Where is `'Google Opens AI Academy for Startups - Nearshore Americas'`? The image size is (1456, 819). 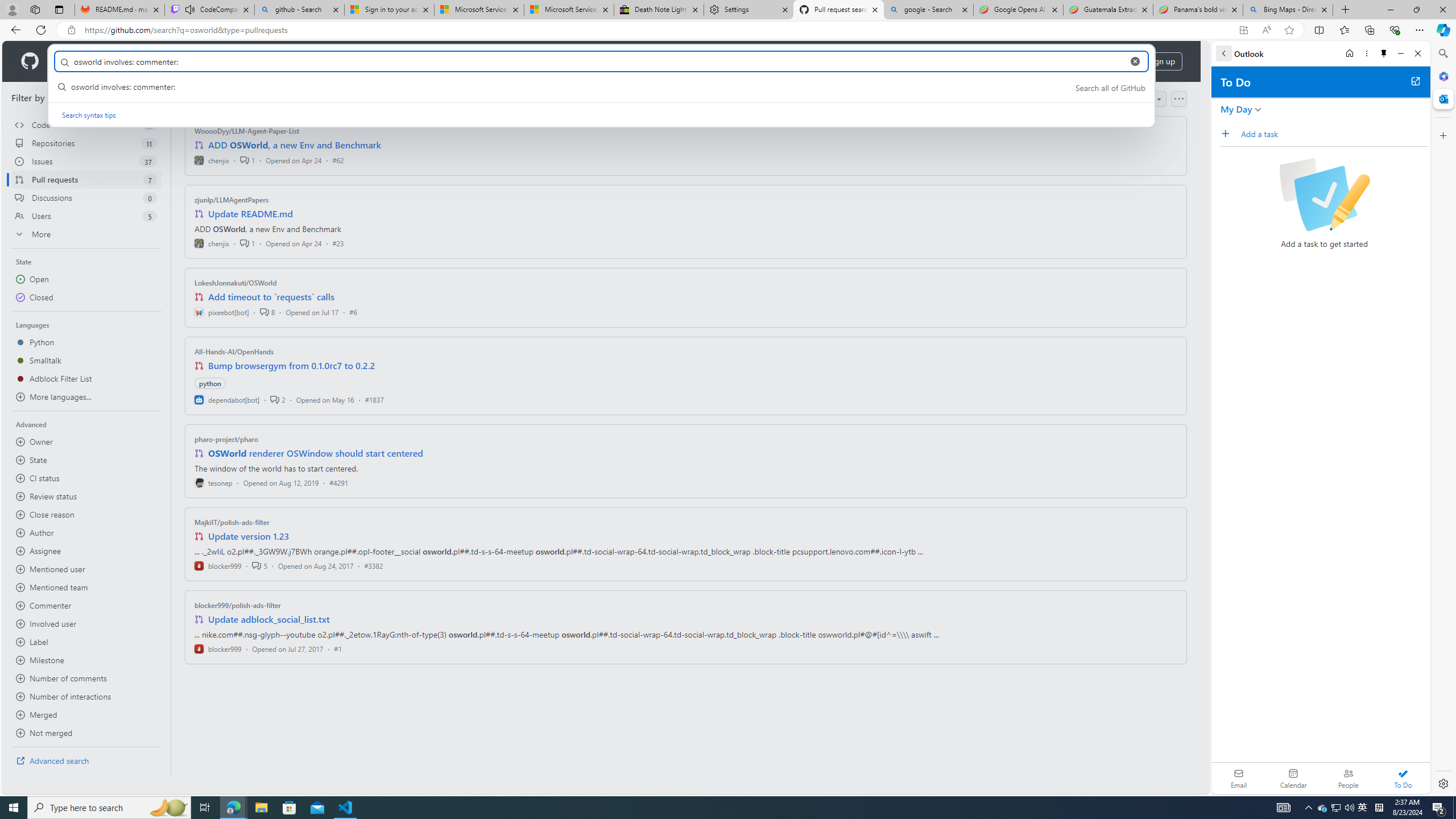
'Google Opens AI Academy for Startups - Nearshore Americas' is located at coordinates (1017, 9).